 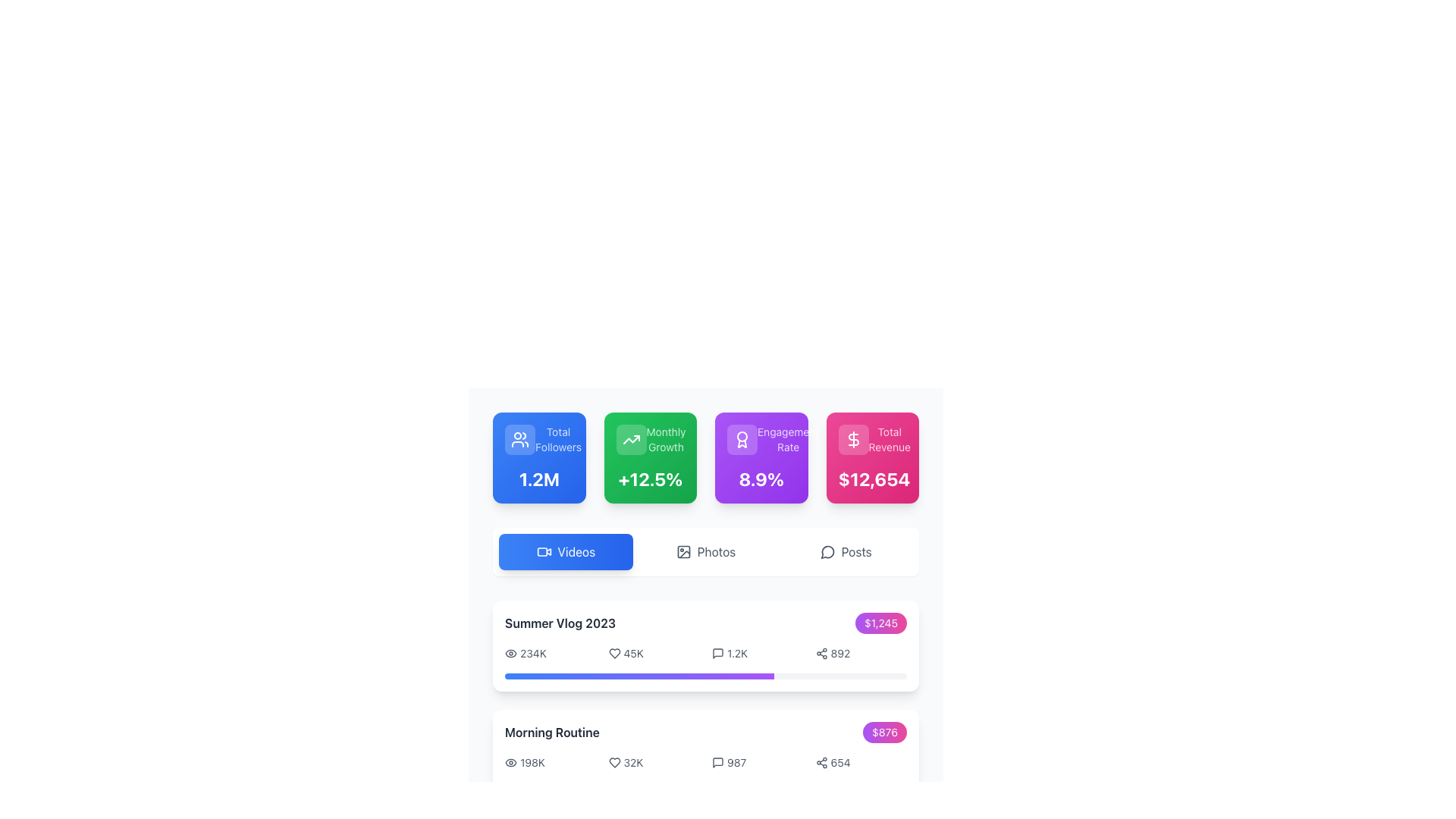 What do you see at coordinates (631, 439) in the screenshot?
I see `polyline element forming a zigzag trend line in the SVG above the '+12.5%' text within the green 'Monthly Growth' card for its attributes` at bounding box center [631, 439].